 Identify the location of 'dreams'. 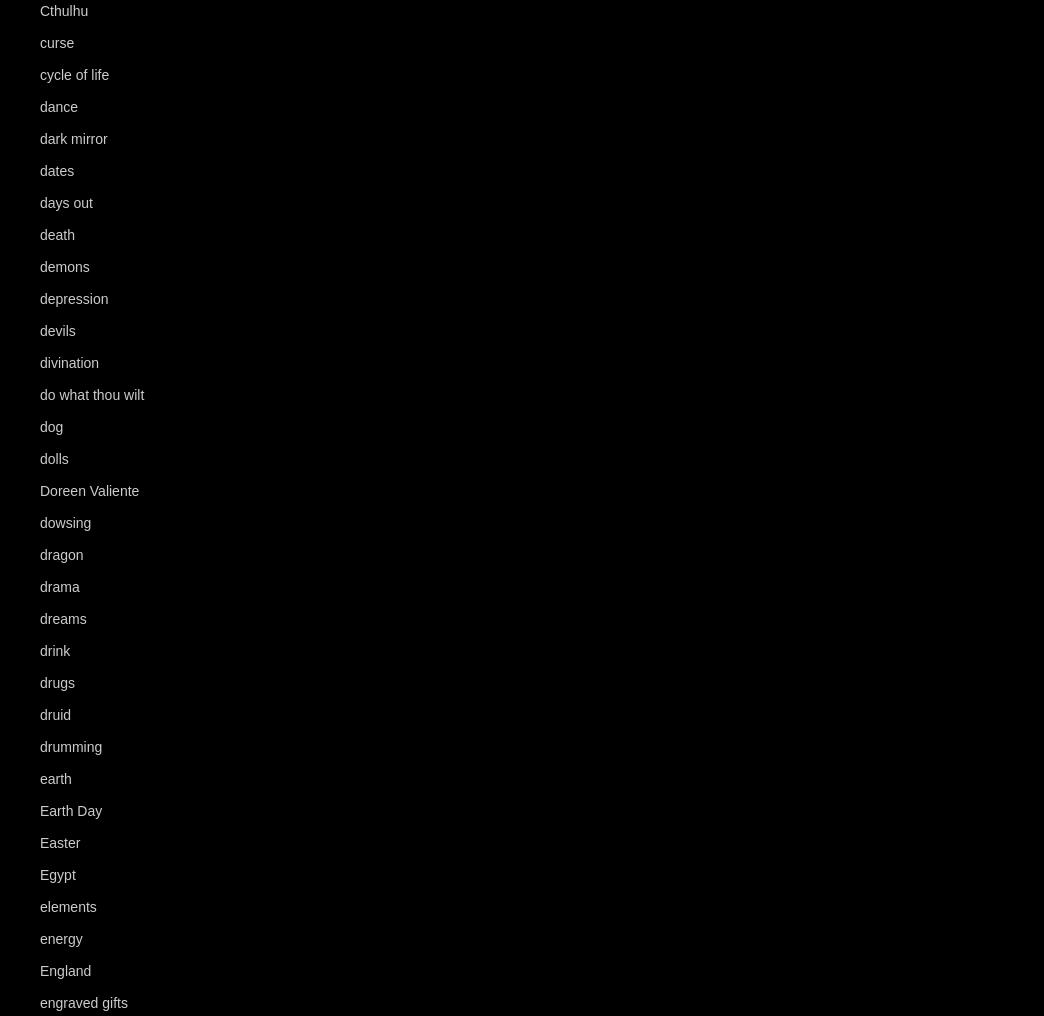
(61, 619).